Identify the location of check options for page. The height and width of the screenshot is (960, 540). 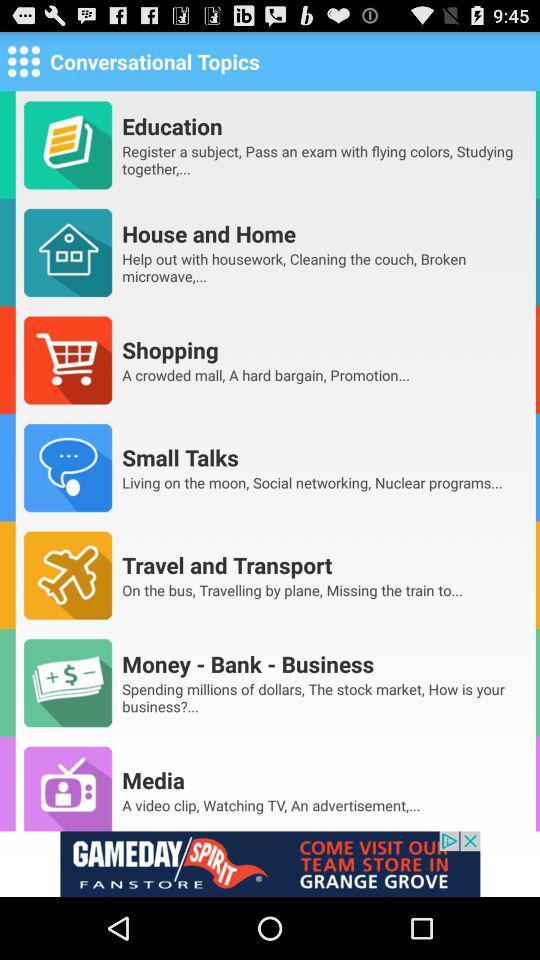
(22, 59).